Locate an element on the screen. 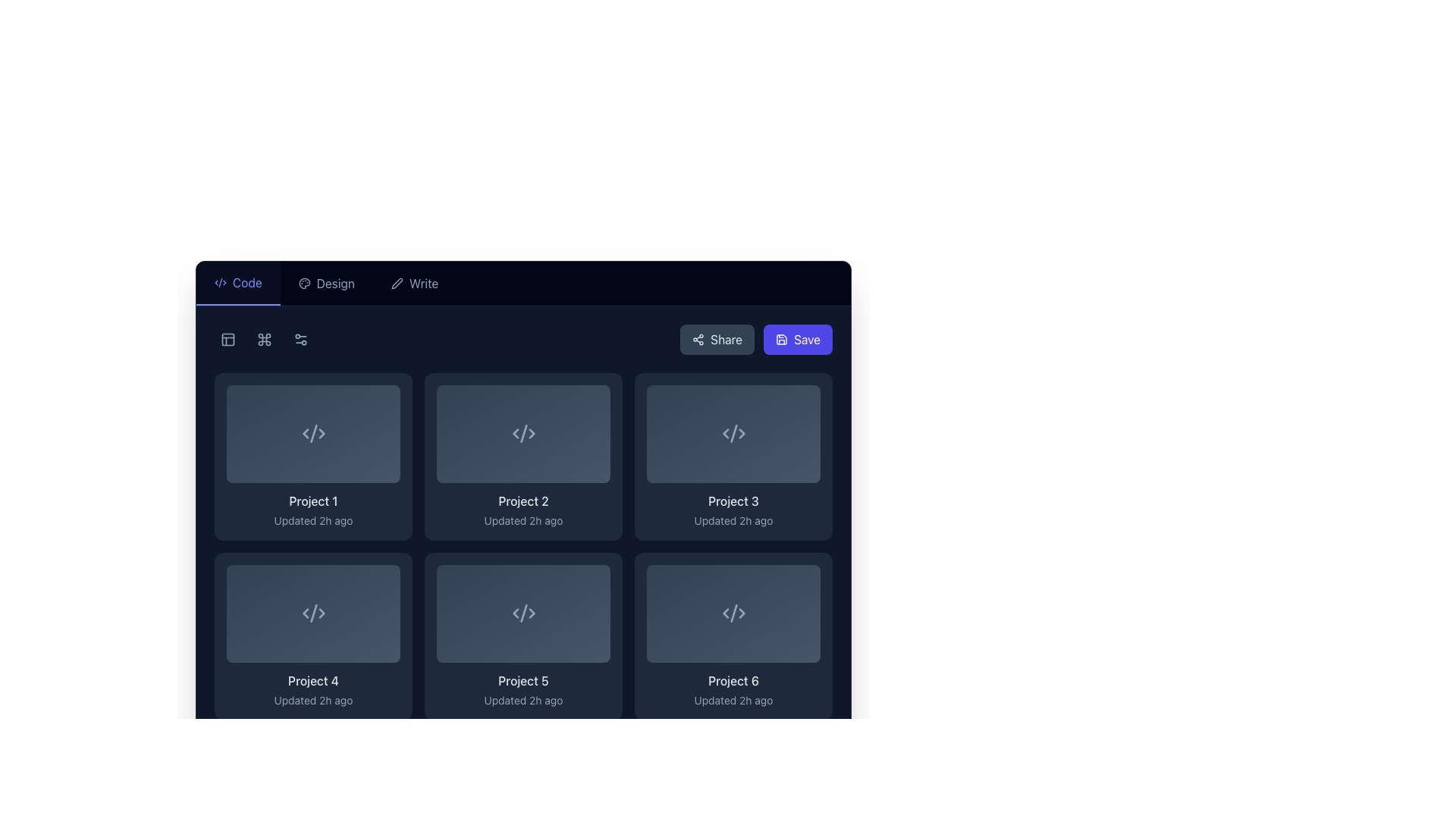 The width and height of the screenshot is (1456, 819). the 'Save' button located at the right end of the navigation bar is located at coordinates (806, 338).